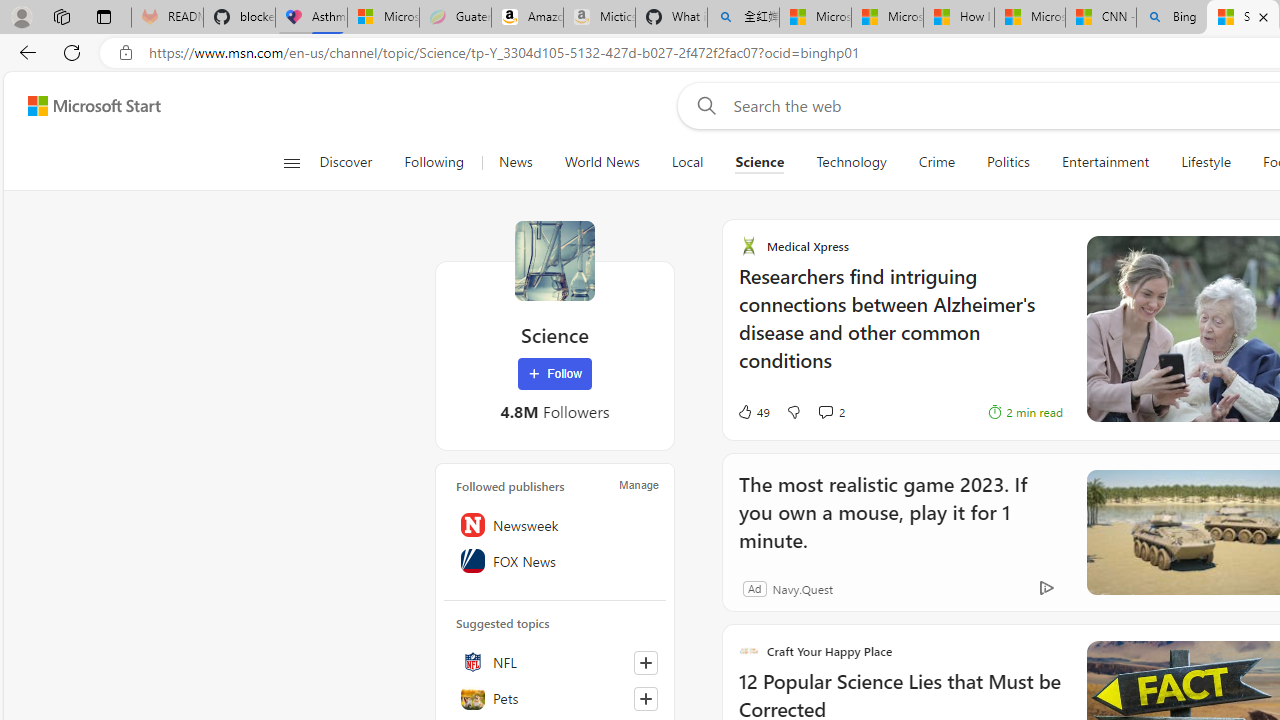  What do you see at coordinates (554, 374) in the screenshot?
I see `'Follow'` at bounding box center [554, 374].